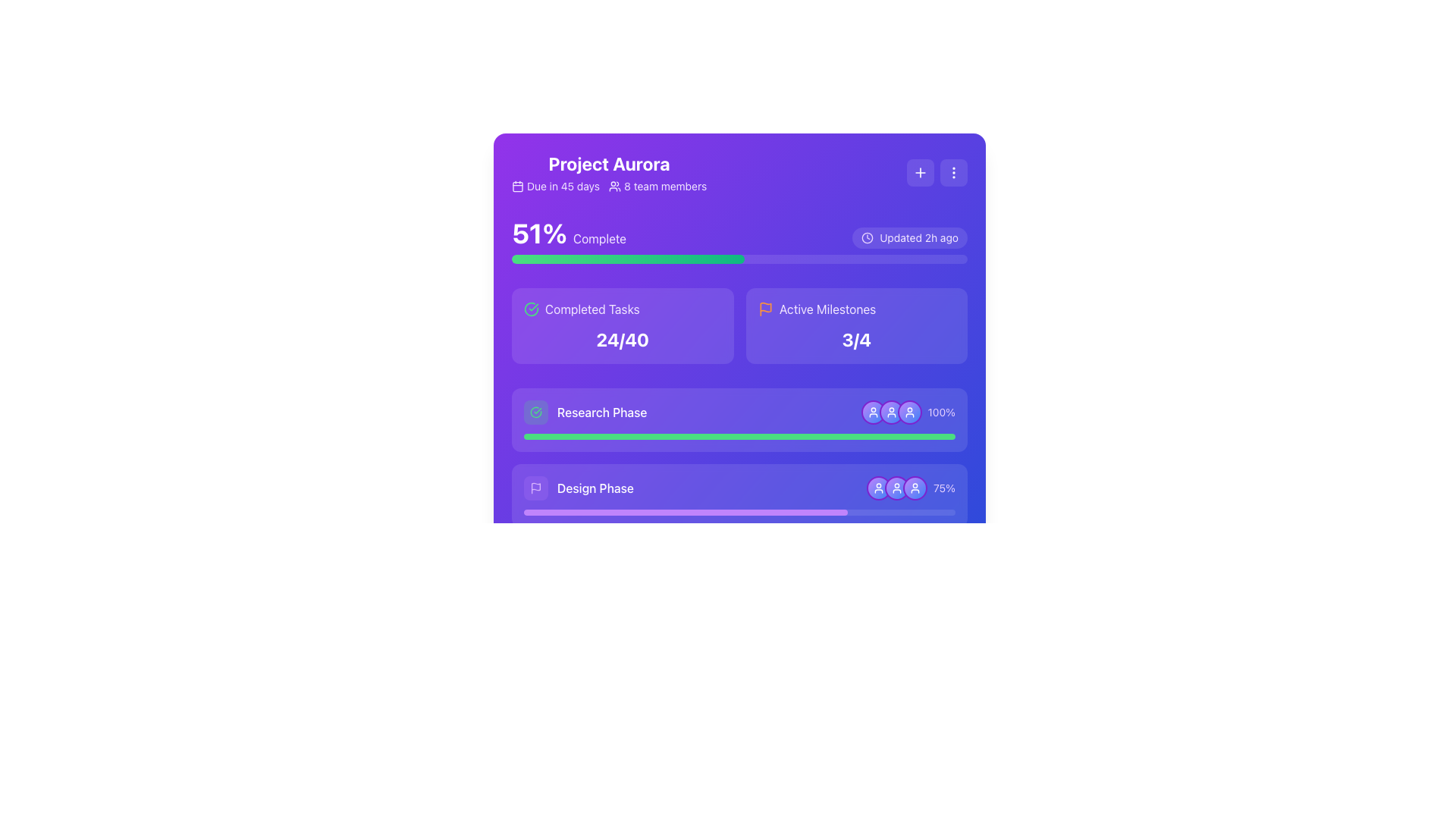 Image resolution: width=1456 pixels, height=819 pixels. I want to click on the progress status label indicating '51% completed' for the task 'Project Aurora', located in the upper-left section of the card layout, so click(568, 234).